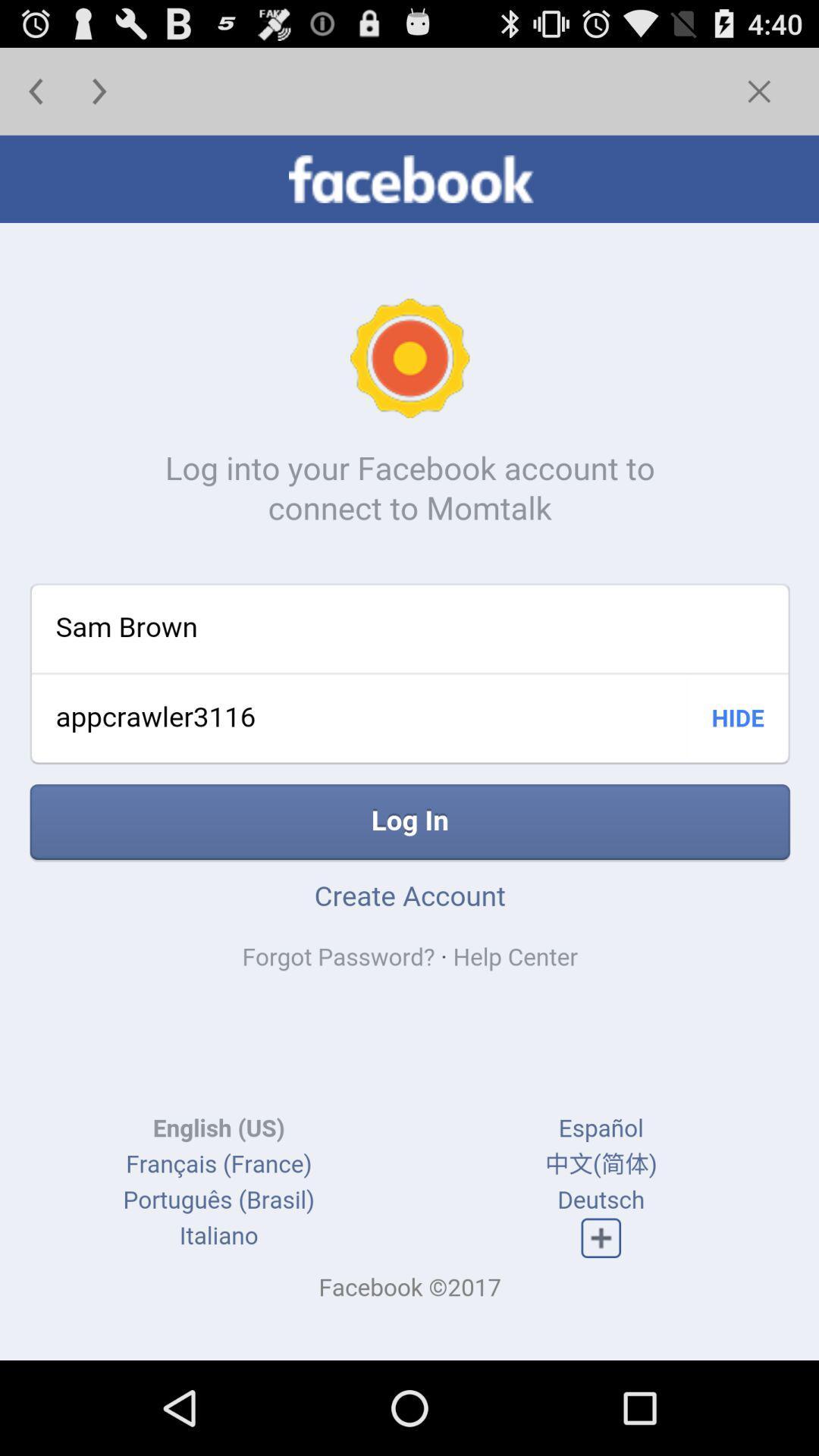 The width and height of the screenshot is (819, 1456). I want to click on close, so click(759, 90).